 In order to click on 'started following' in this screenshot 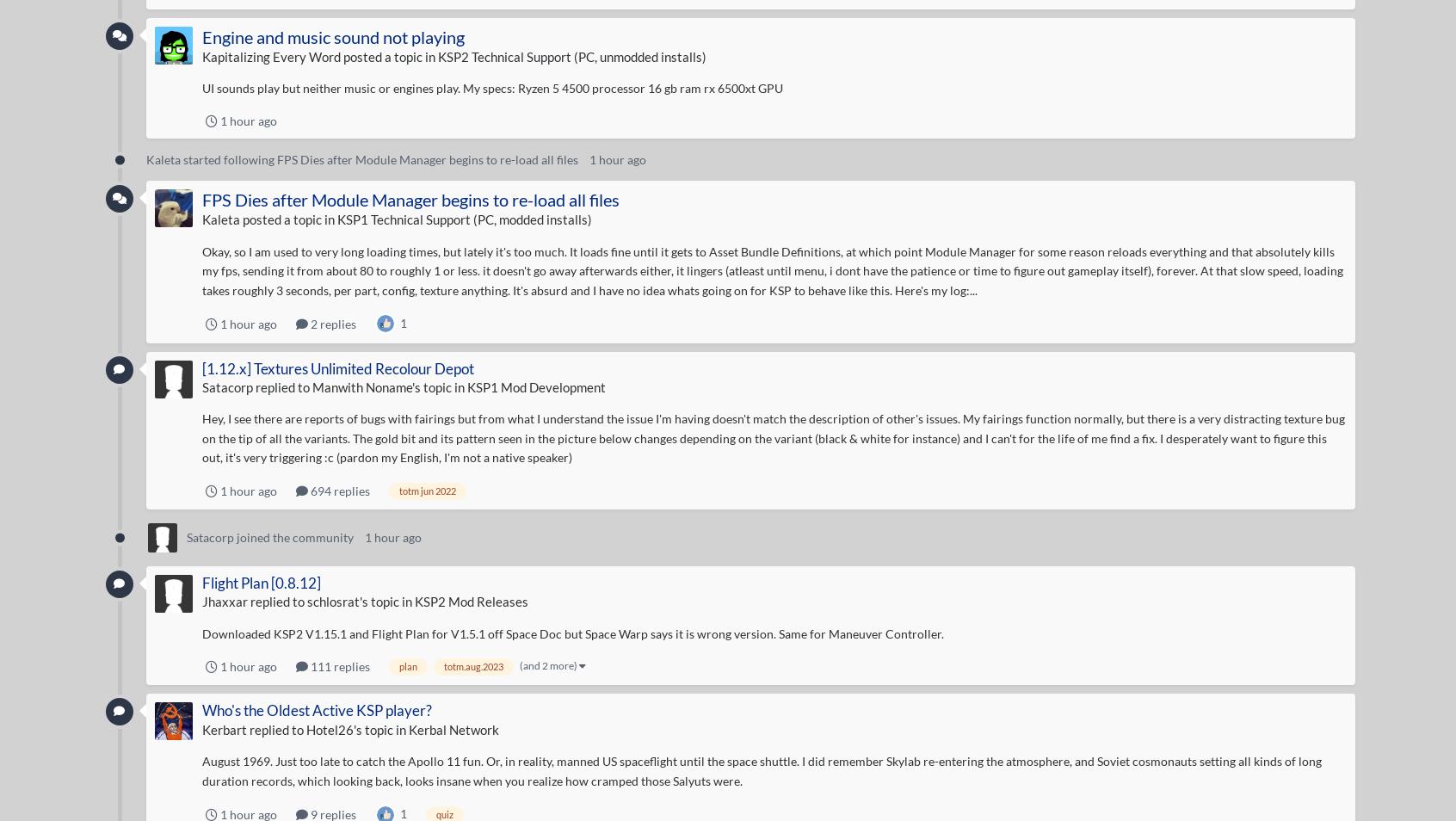, I will do `click(227, 158)`.